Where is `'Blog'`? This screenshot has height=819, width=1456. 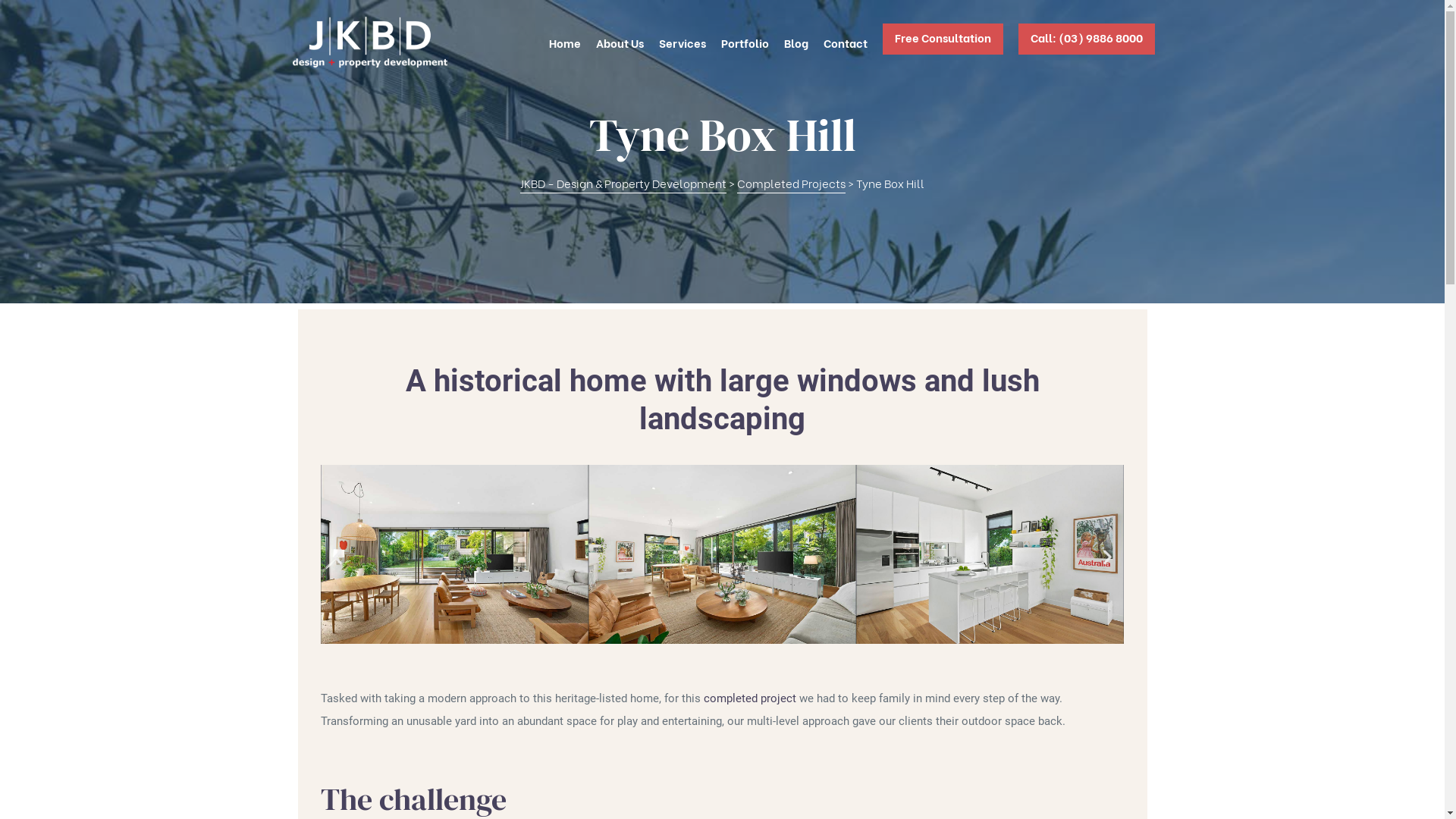 'Blog' is located at coordinates (783, 42).